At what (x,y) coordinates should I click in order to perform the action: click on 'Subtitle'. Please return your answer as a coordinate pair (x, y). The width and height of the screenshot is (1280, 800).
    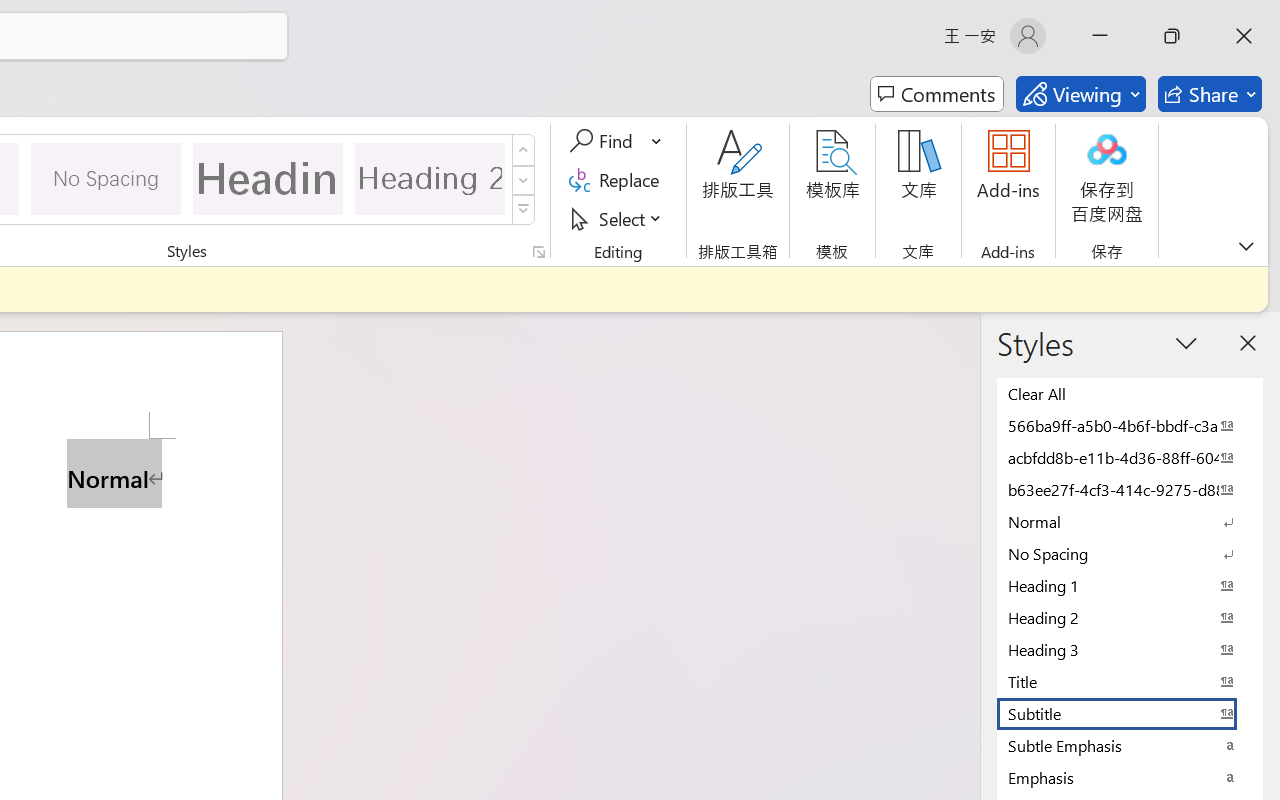
    Looking at the image, I should click on (1130, 712).